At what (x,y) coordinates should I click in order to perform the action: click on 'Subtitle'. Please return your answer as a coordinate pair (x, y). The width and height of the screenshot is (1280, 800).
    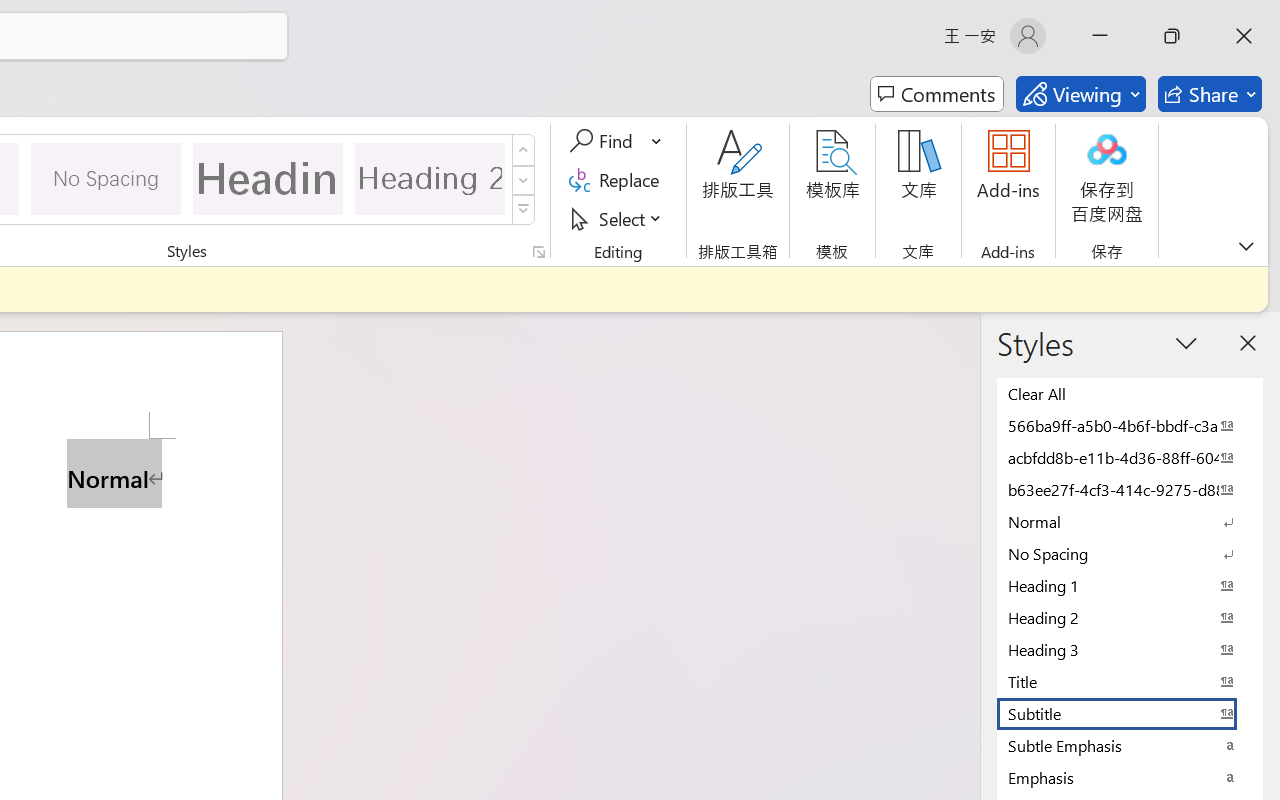
    Looking at the image, I should click on (1130, 712).